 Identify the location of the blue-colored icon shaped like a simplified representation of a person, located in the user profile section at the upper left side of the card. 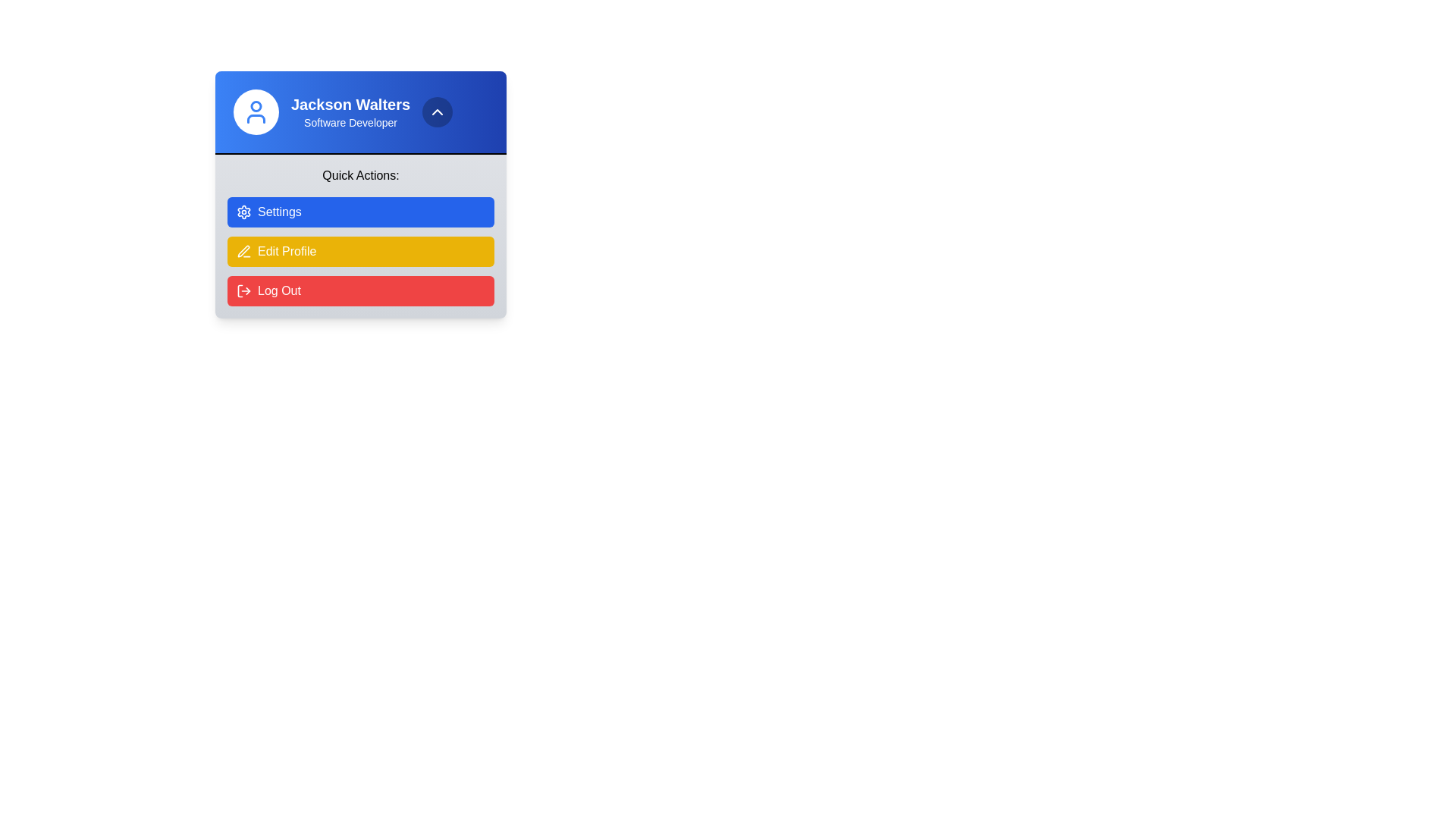
(256, 111).